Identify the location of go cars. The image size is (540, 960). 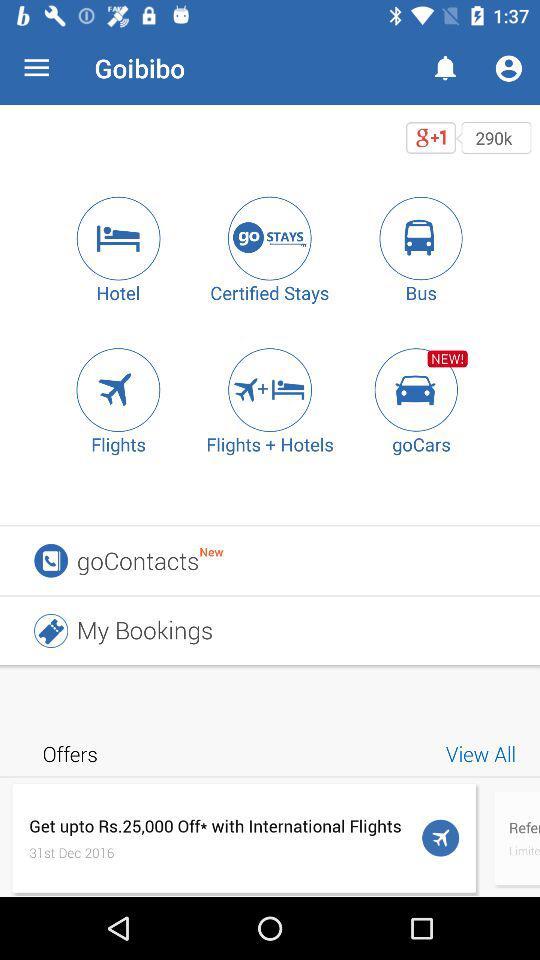
(420, 388).